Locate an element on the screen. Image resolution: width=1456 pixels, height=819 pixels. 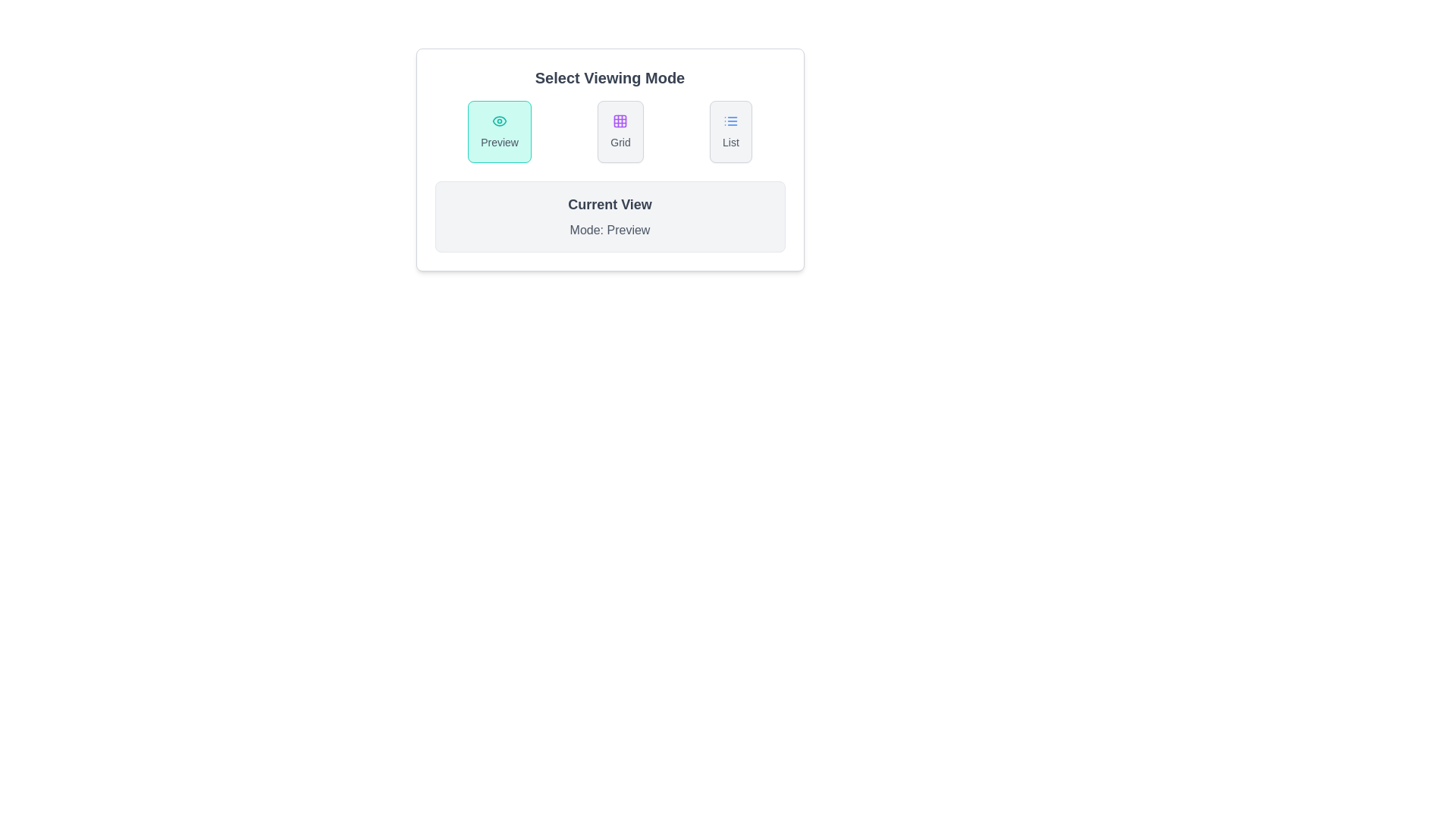
the teal eye icon within the 'Preview' mode selection button is located at coordinates (500, 120).